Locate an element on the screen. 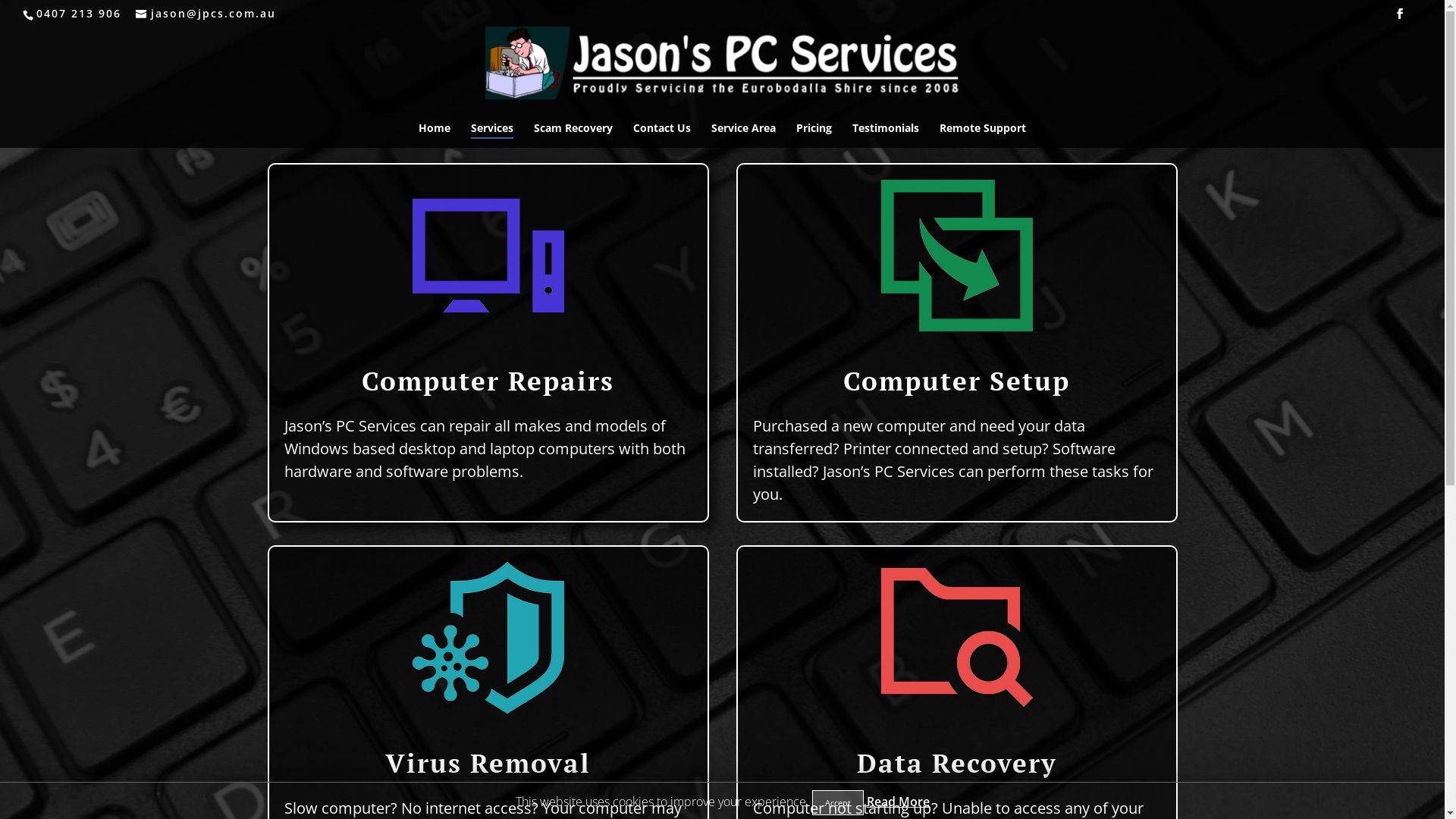 The width and height of the screenshot is (1456, 819). 'Remote Support' is located at coordinates (983, 133).